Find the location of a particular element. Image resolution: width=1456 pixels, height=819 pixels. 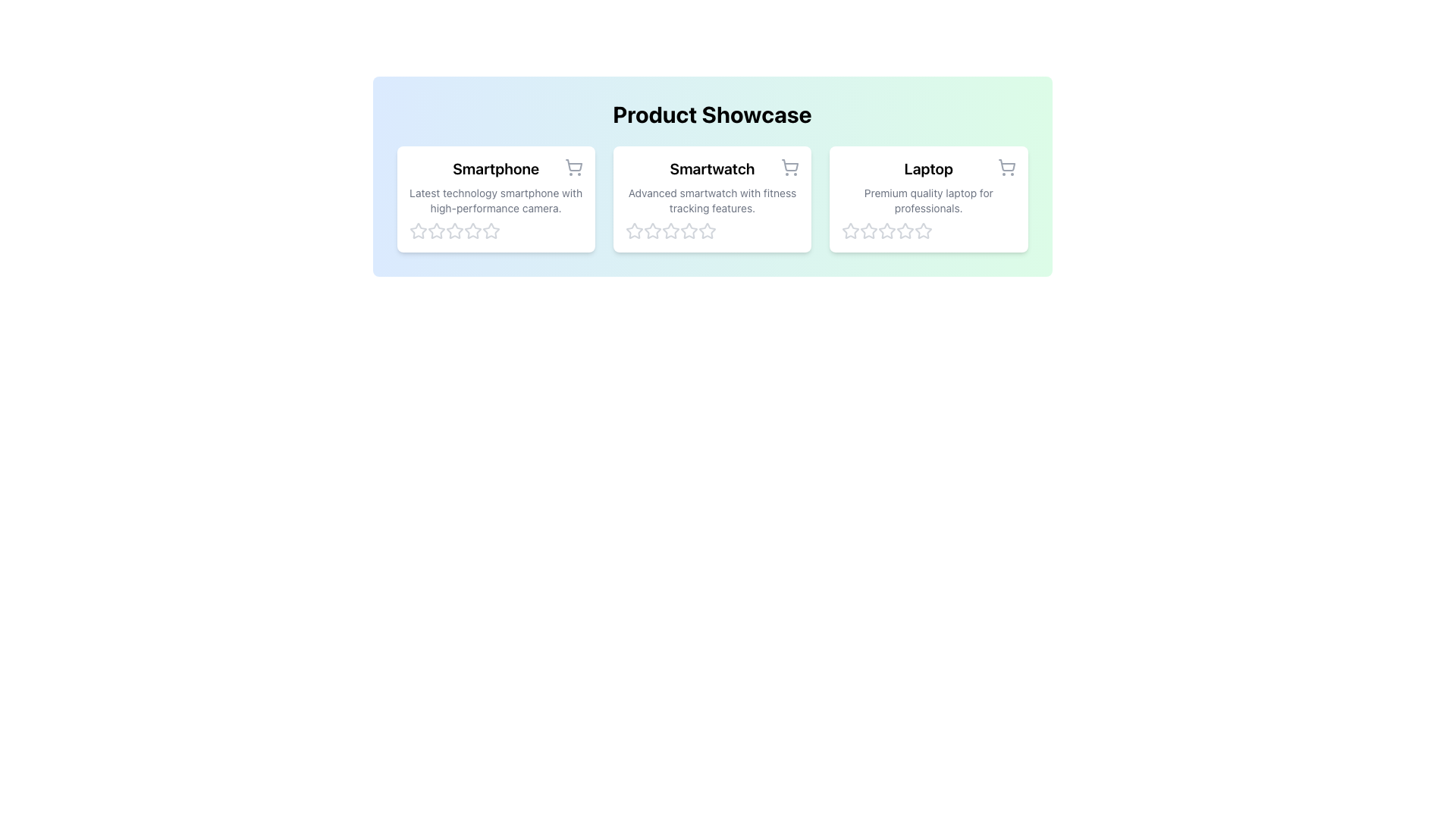

the 'Add to Cart' icon button located in the top-right corner of the product card for the 'Smartwatch' product is located at coordinates (789, 167).